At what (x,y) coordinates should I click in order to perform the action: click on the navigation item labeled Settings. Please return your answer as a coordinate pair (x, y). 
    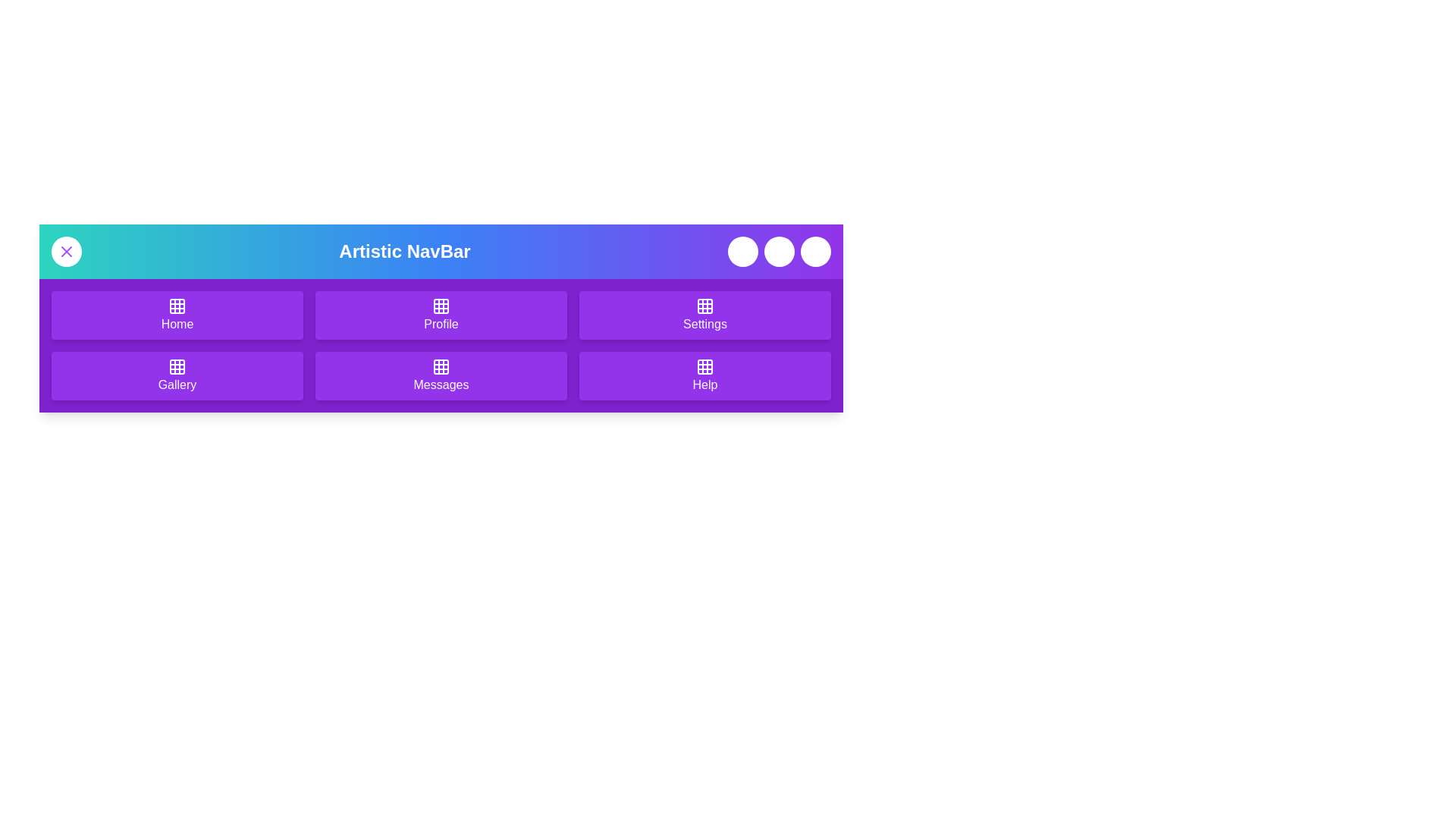
    Looking at the image, I should click on (704, 315).